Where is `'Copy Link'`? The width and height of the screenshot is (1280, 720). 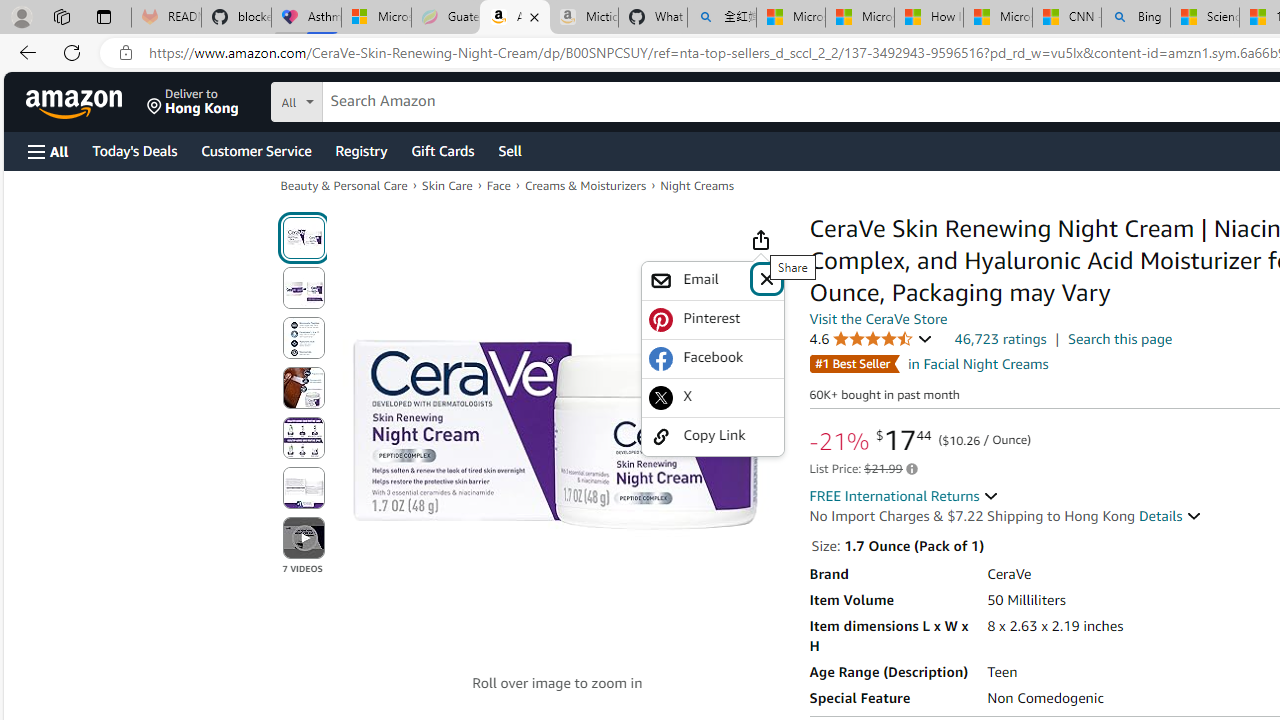 'Copy Link' is located at coordinates (712, 435).